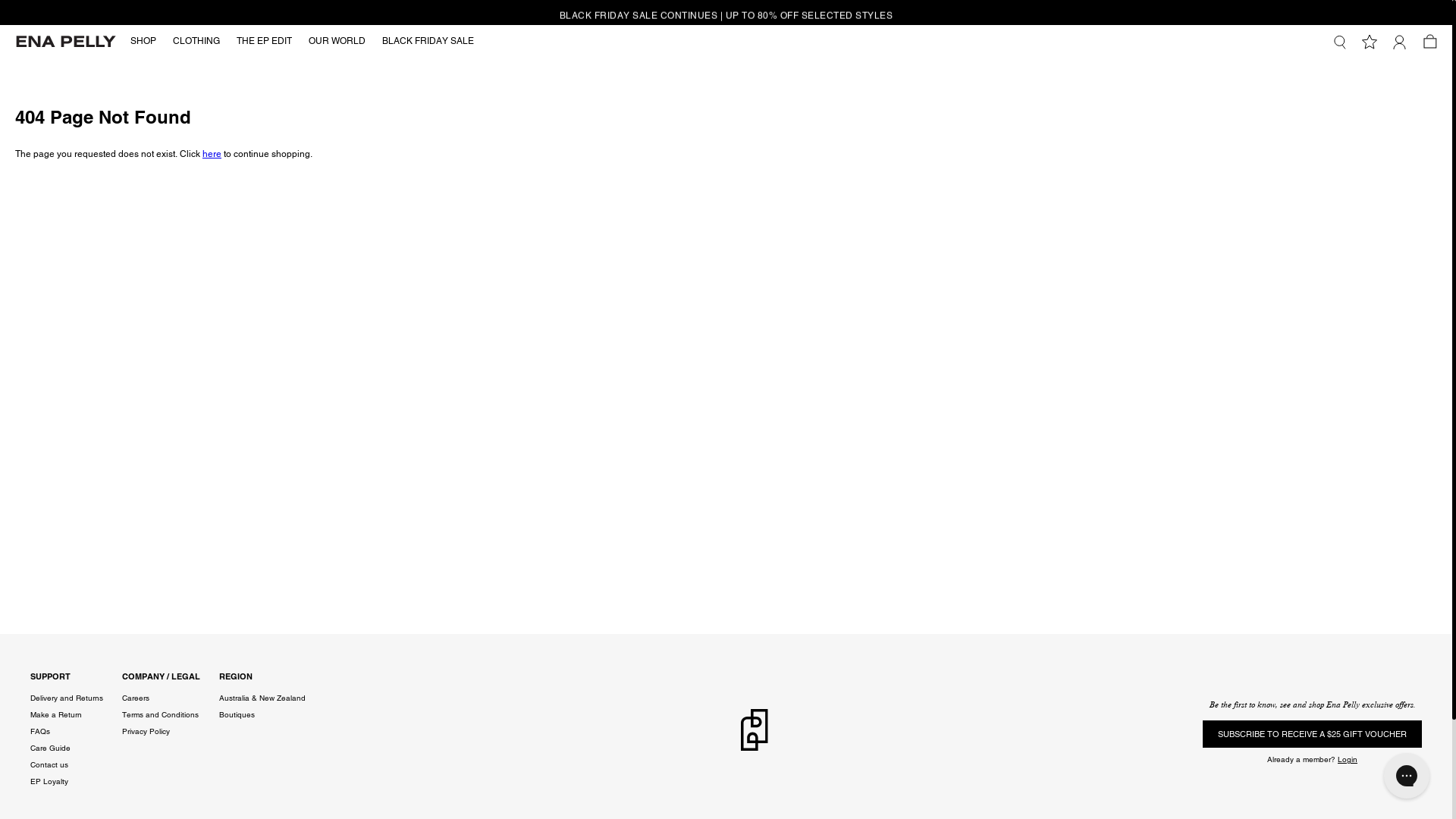  Describe the element at coordinates (146, 730) in the screenshot. I see `'Privacy Policy'` at that location.